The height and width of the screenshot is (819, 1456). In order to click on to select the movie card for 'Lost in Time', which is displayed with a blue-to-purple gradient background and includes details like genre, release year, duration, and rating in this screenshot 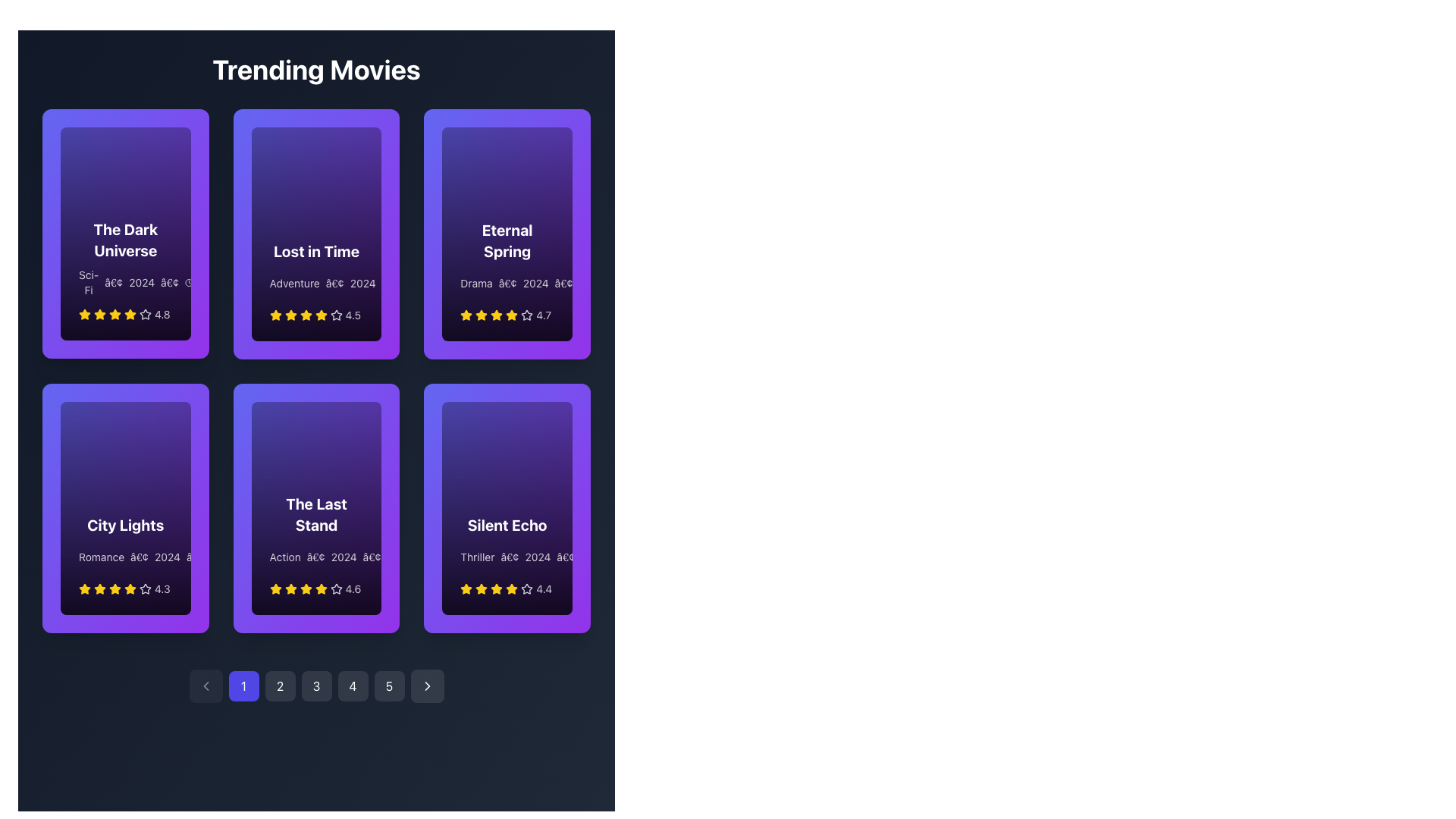, I will do `click(315, 234)`.